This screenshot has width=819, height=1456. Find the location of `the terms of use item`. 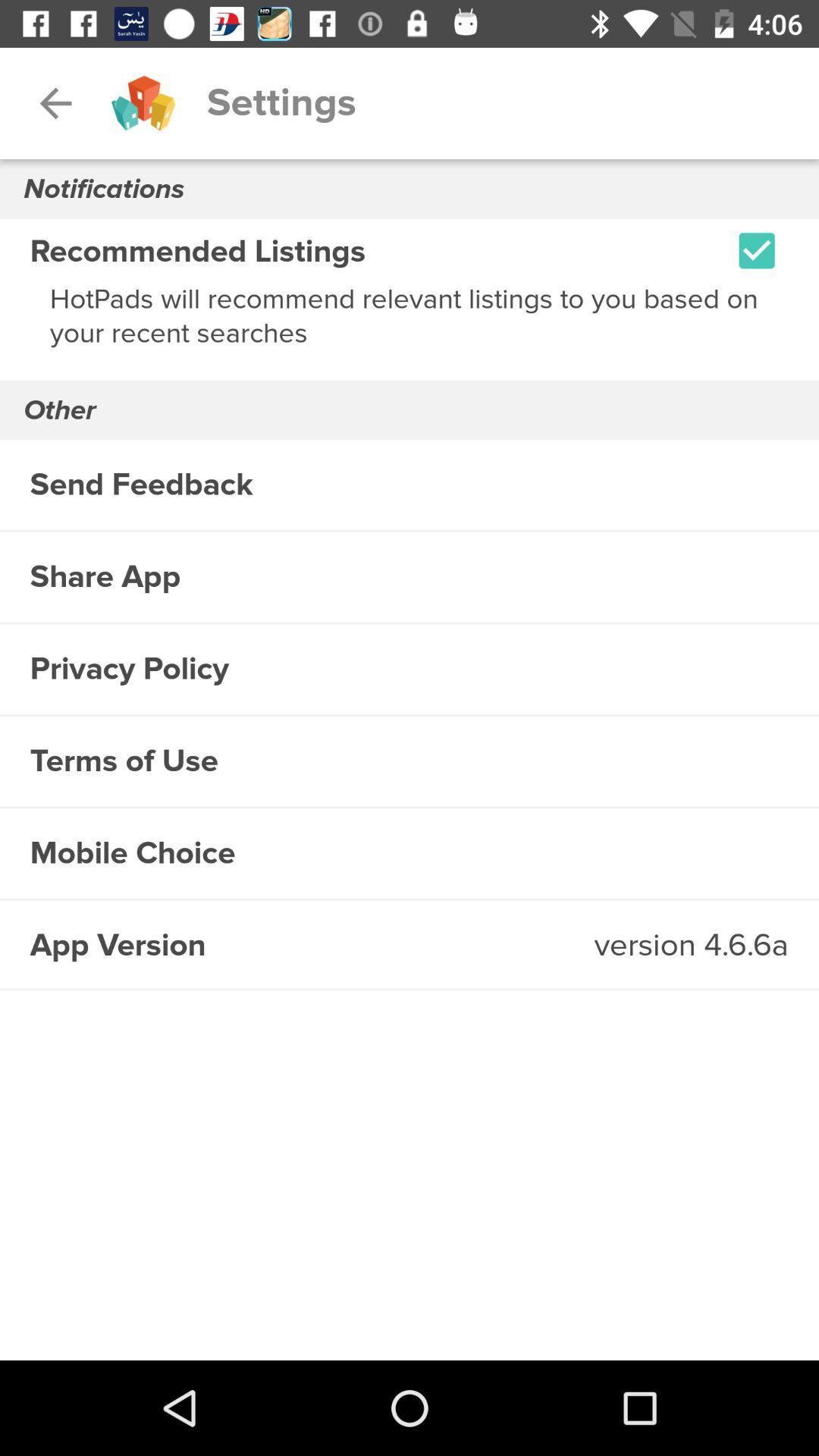

the terms of use item is located at coordinates (409, 761).